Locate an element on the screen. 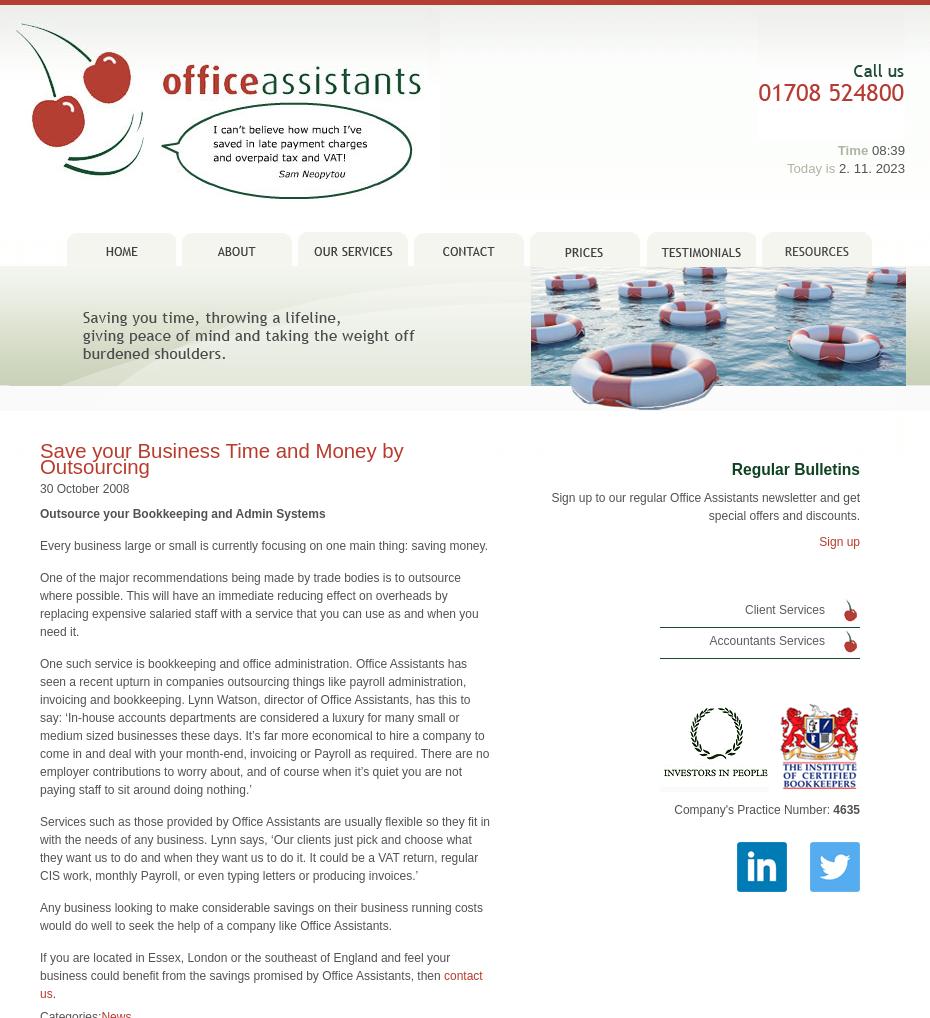 Image resolution: width=930 pixels, height=1018 pixels. 'One such service is bookkeeping and office administration. Office Assistants has seen a recent upturn in companies outsourcing things like payroll administration, invoicing and bookkeeping. Lynn Watson, director of Office Assistants, has this to say: ‘In-house accounts departments are considered a luxury for many small or medium sized businesses these days. It’s far more economical to hire a company to come in and deal with your month-end, invoicing or Payroll as required. There are no employer contributions to worry about, and of course when it’s quiet you are not paying staff to sit around doing nothing.’' is located at coordinates (264, 697).